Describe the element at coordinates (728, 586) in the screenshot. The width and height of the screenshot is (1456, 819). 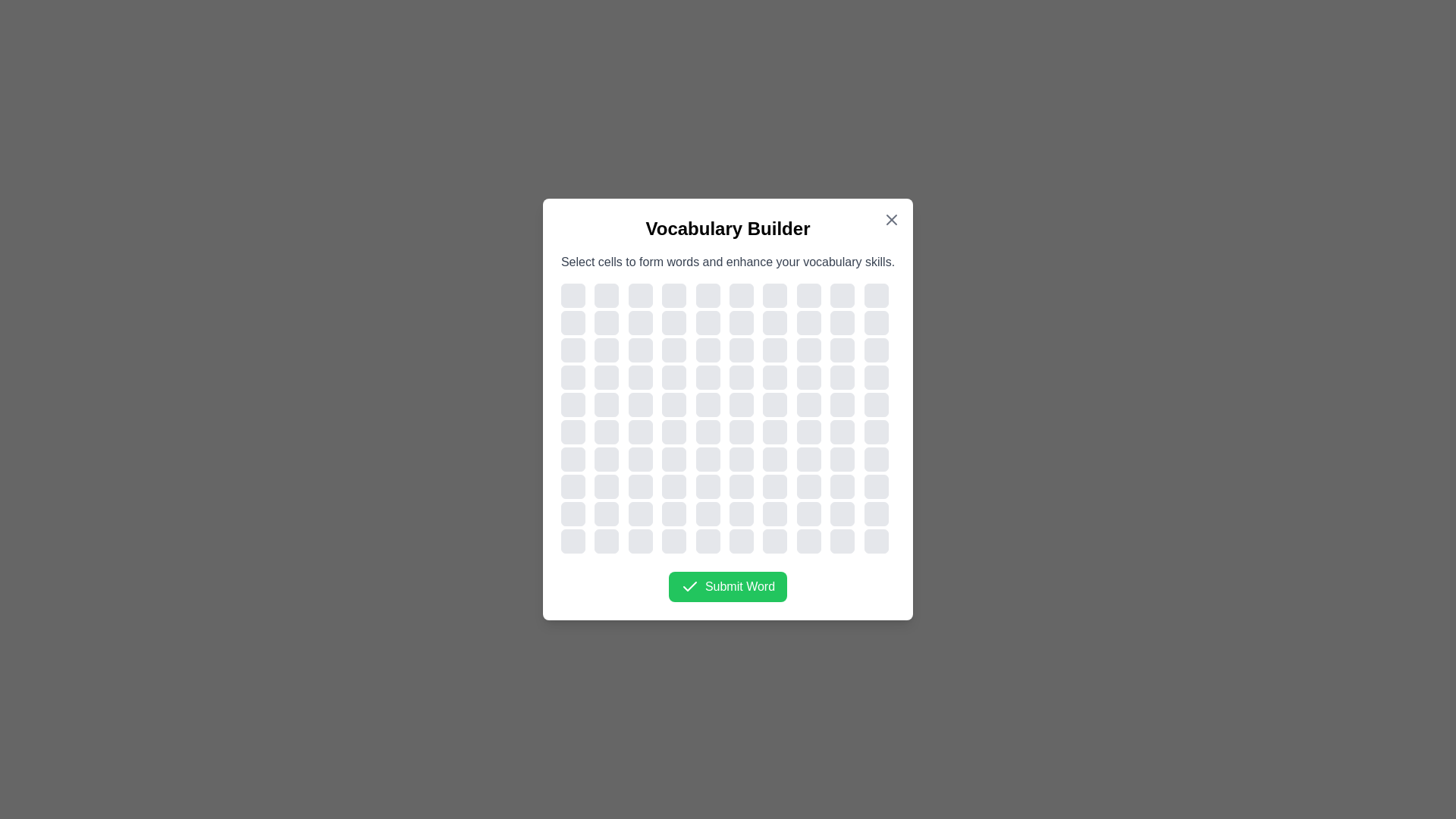
I see `the 'Submit Word' button to submit the selected word` at that location.